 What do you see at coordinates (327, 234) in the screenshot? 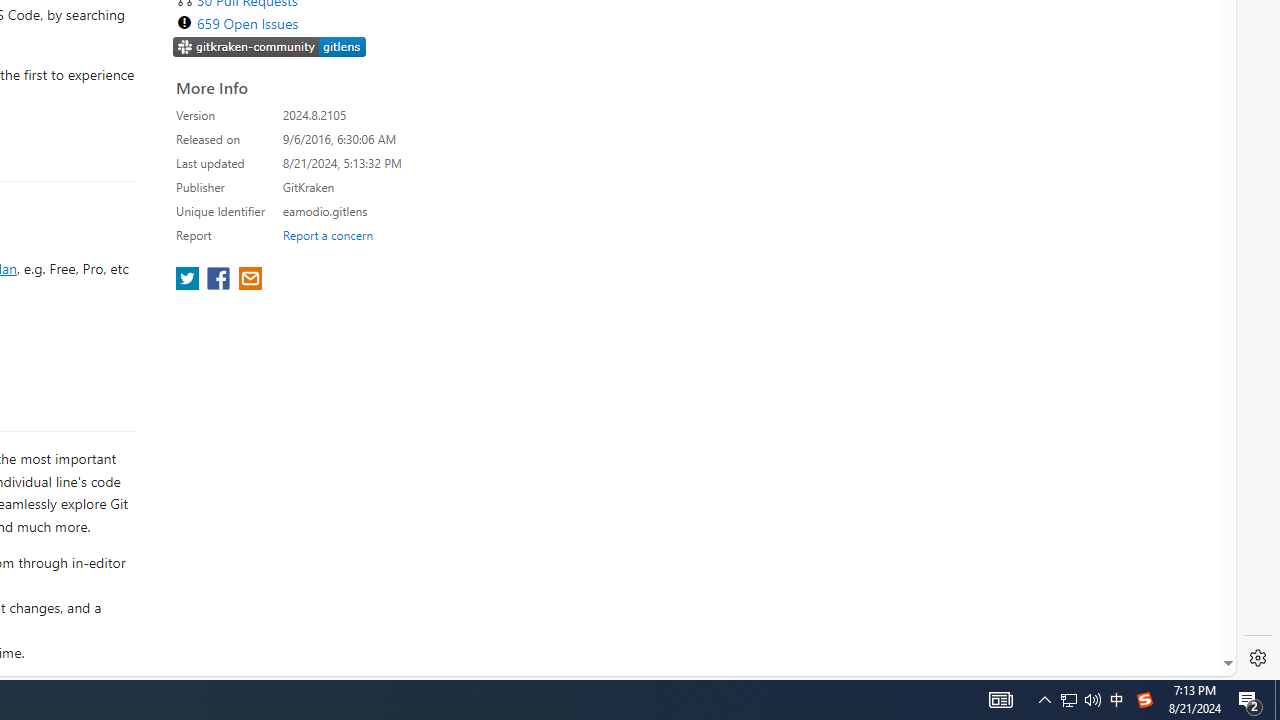
I see `'Report a concern'` at bounding box center [327, 234].